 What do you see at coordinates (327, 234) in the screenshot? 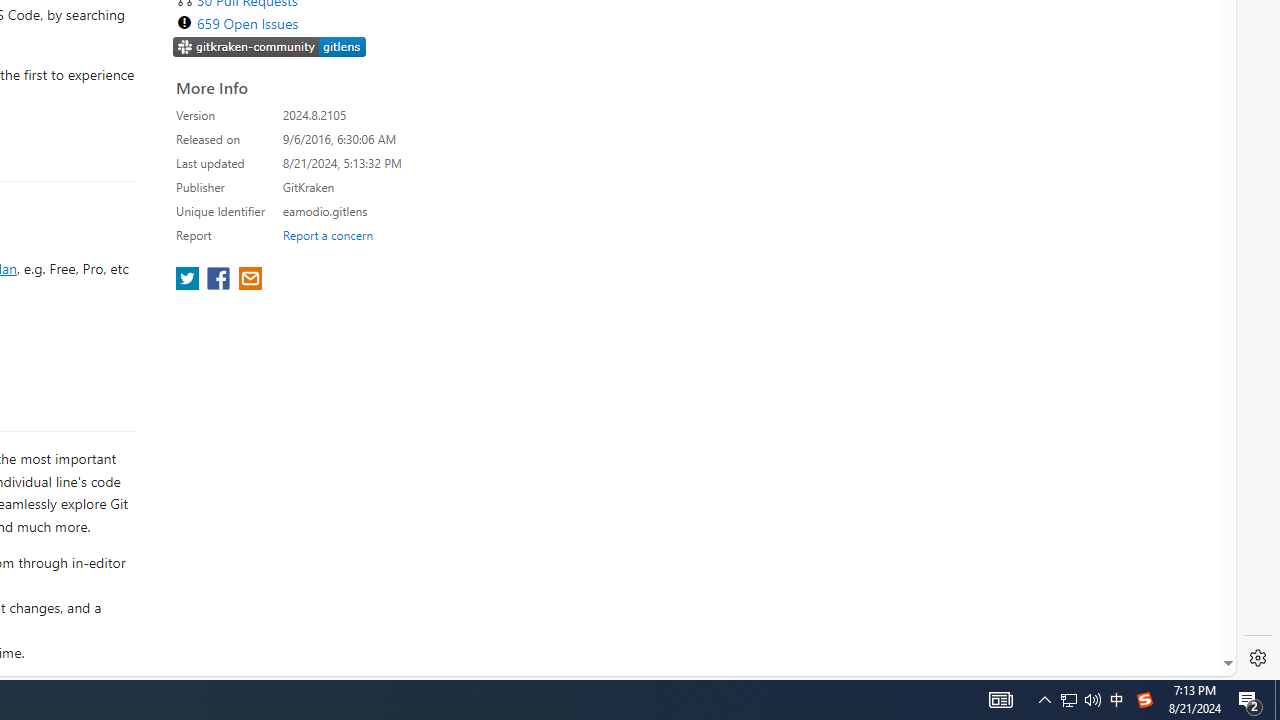
I see `'Report a concern'` at bounding box center [327, 234].